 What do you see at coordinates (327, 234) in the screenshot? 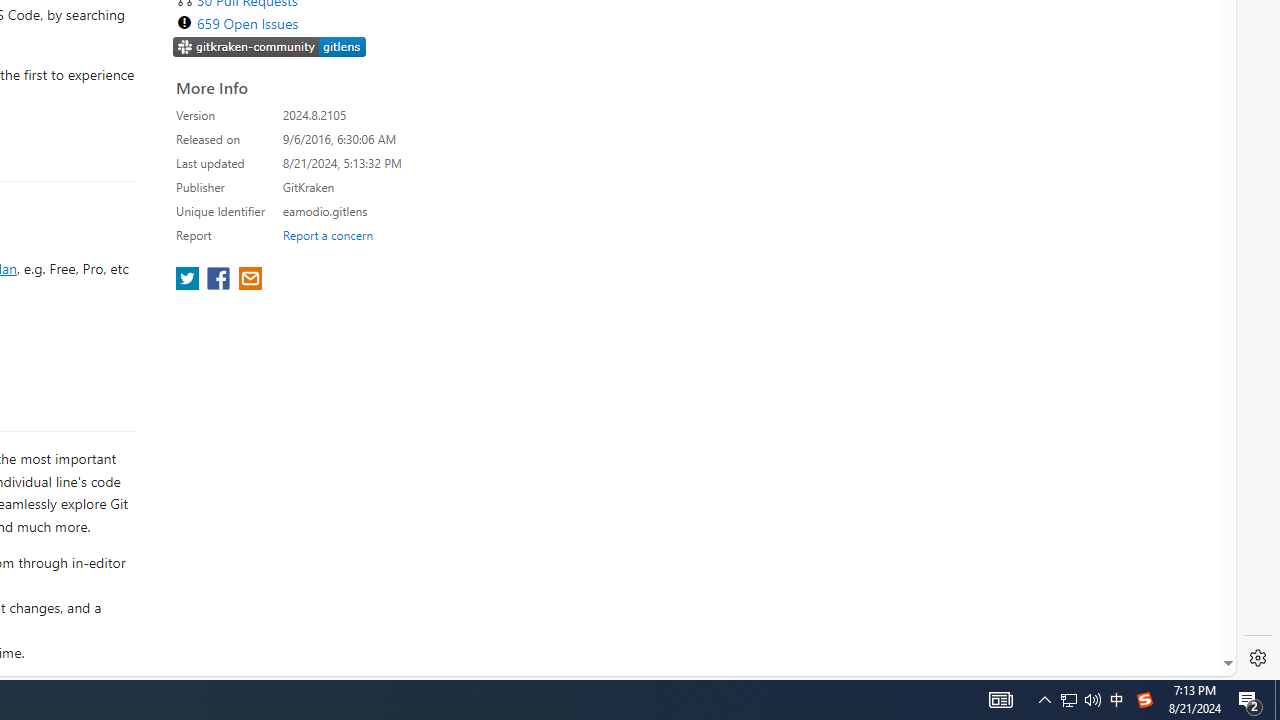
I see `'Report a concern'` at bounding box center [327, 234].